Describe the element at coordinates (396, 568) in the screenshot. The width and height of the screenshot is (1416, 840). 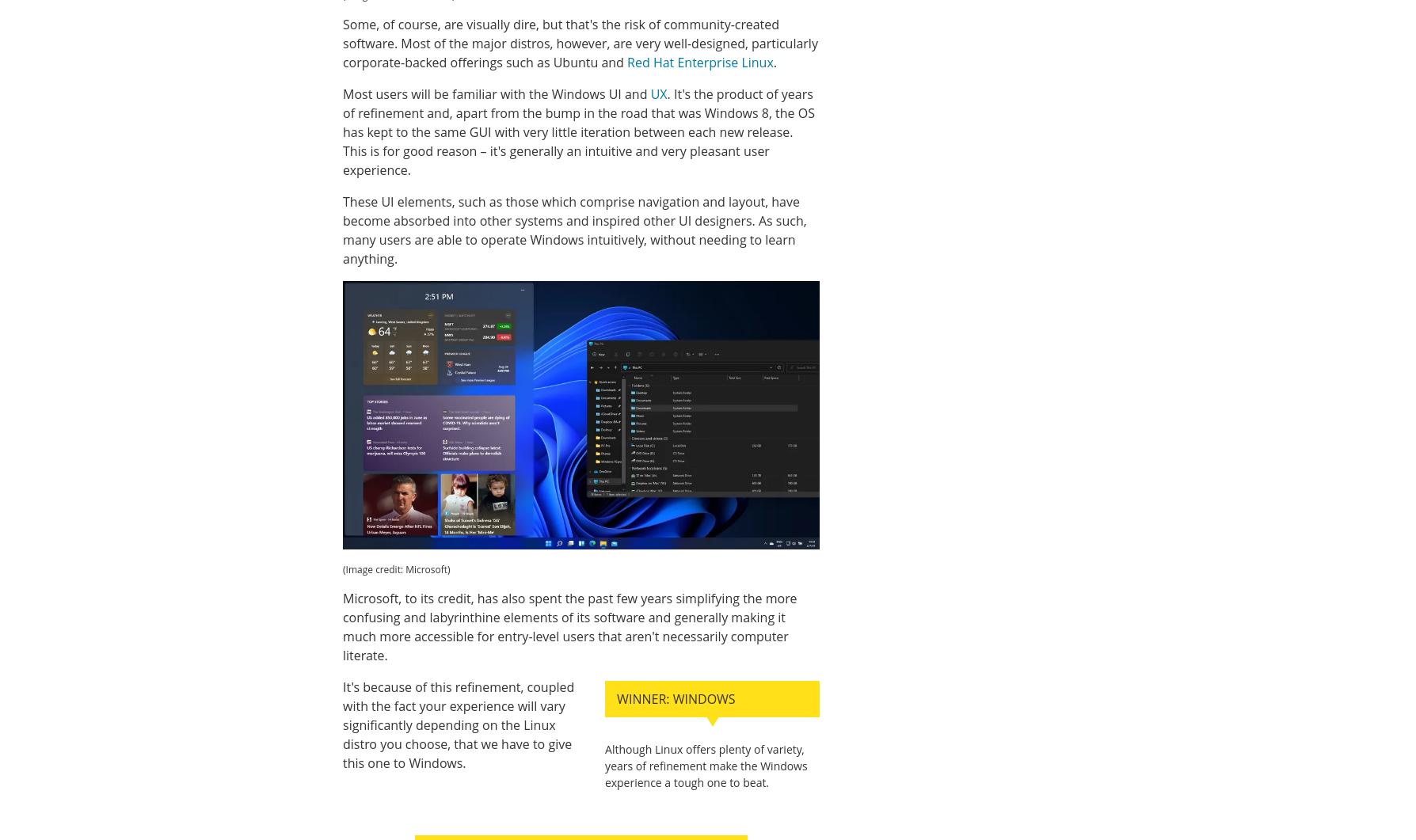
I see `'(Image credit: Microsoft)'` at that location.